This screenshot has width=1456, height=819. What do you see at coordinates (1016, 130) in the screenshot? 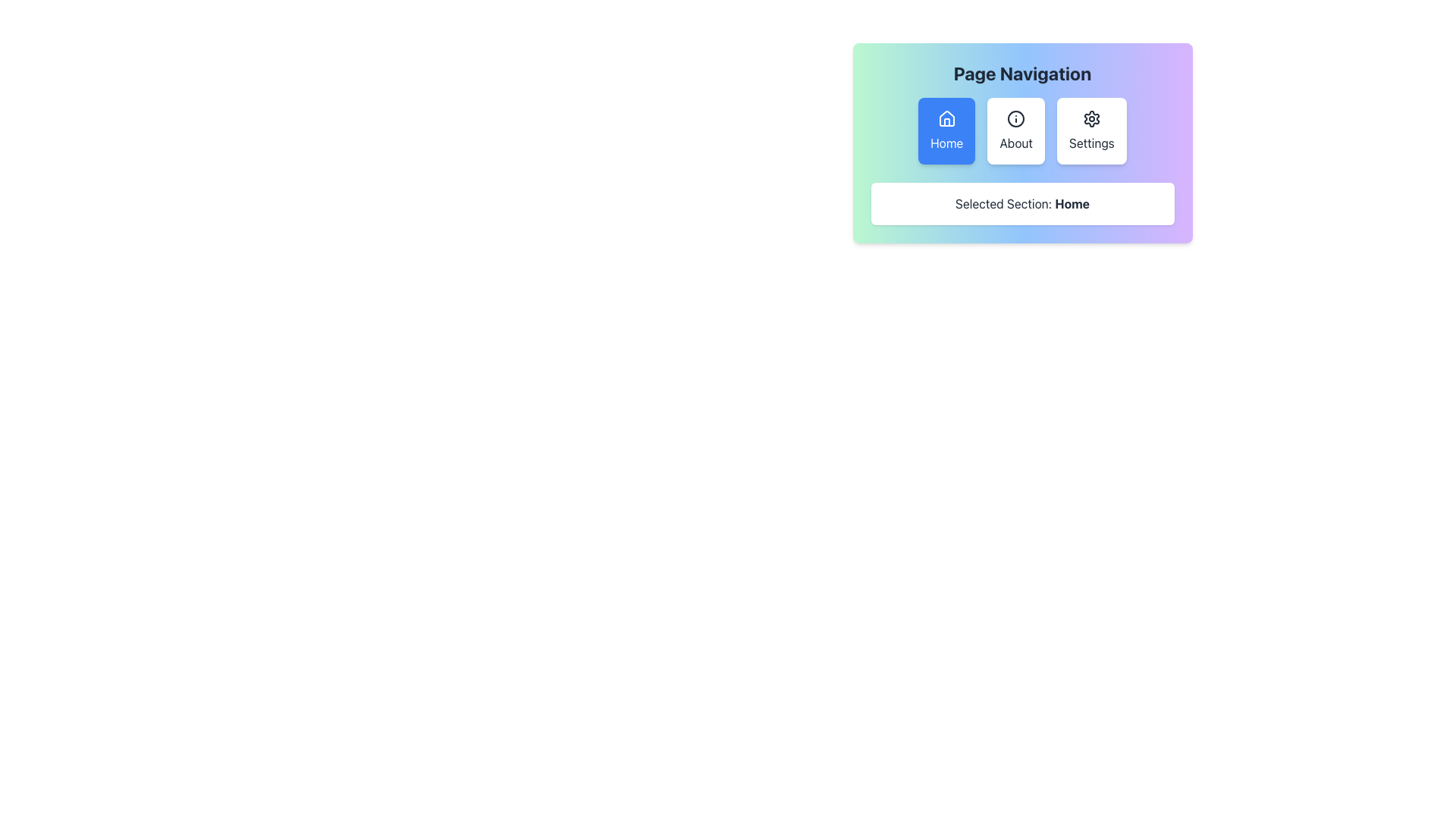
I see `the 'About' button located in the upper navigation menu` at bounding box center [1016, 130].